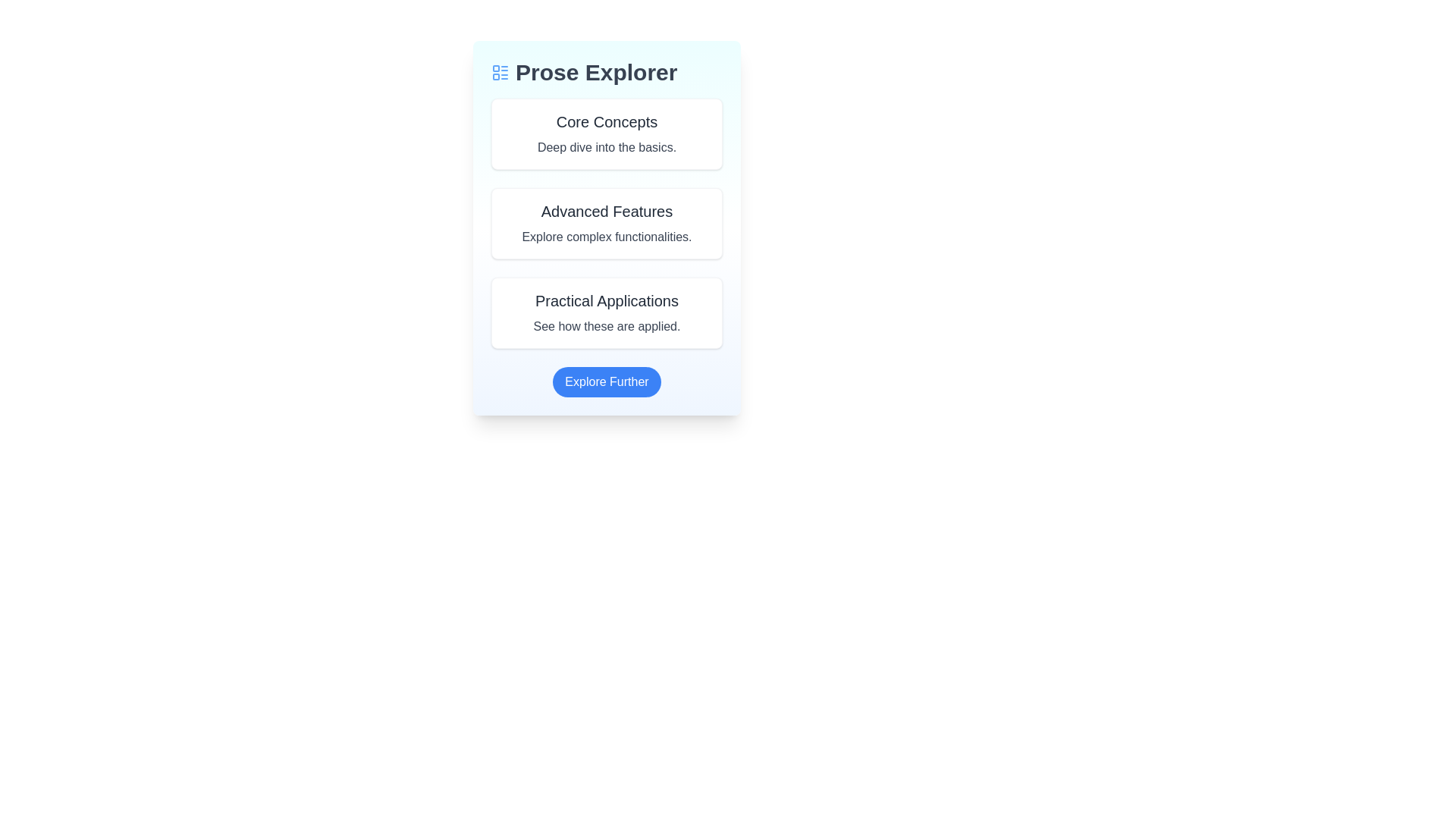  What do you see at coordinates (595, 73) in the screenshot?
I see `the 'Prose Explorer' text label` at bounding box center [595, 73].